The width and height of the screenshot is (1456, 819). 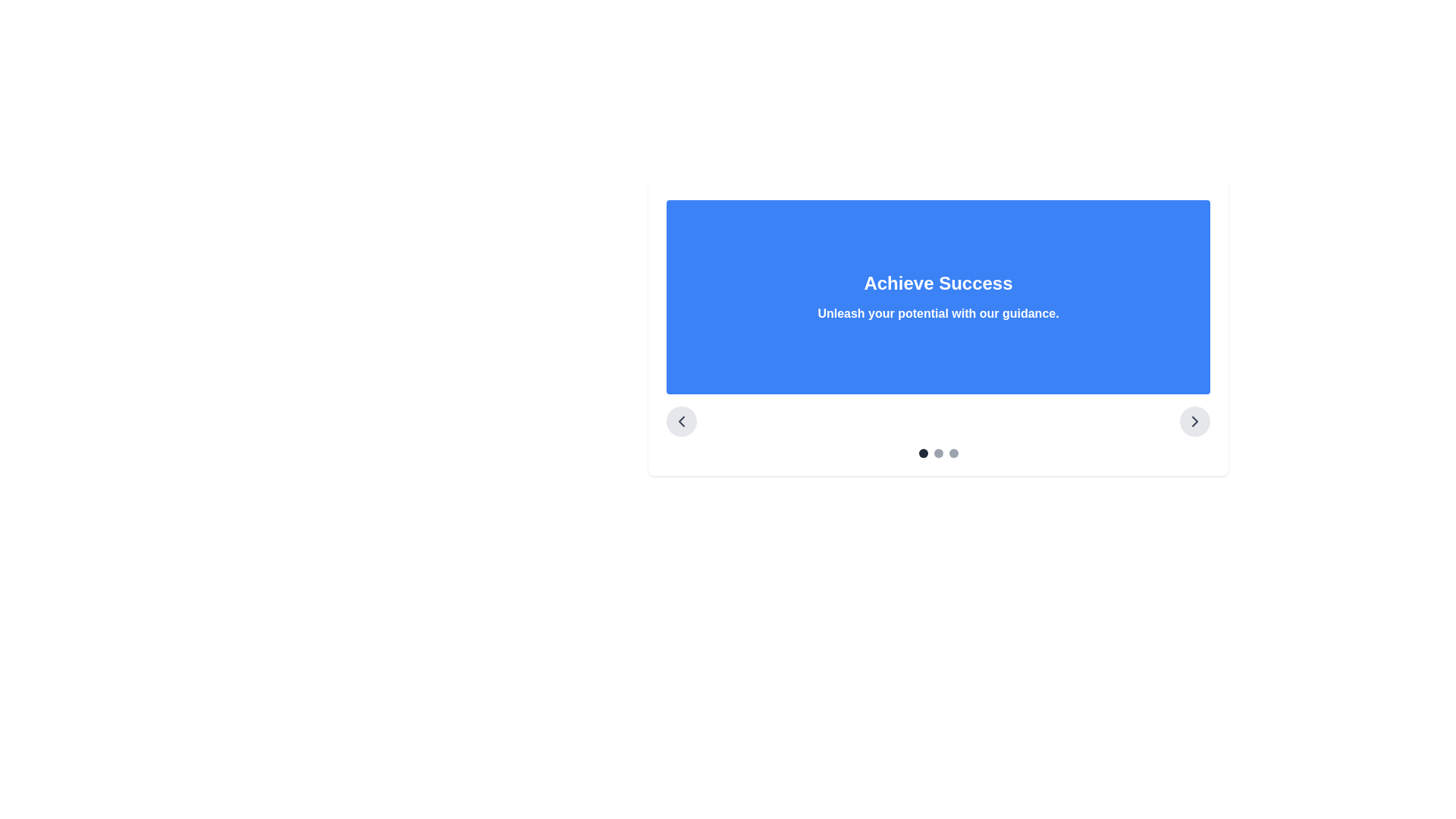 I want to click on the circular gray button with a left-chevron icon located in the bottom-left corner of the slide navigation interface for keyboard interaction, so click(x=680, y=421).